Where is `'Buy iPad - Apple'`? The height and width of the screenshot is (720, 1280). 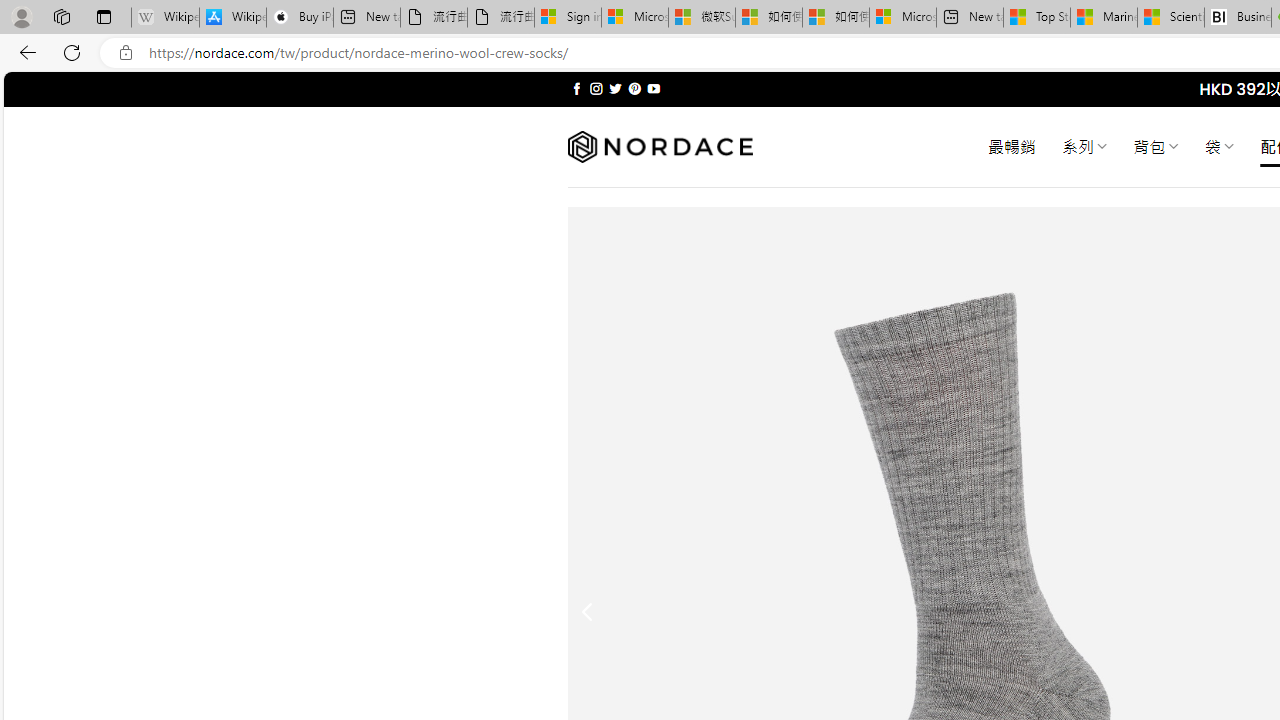 'Buy iPad - Apple' is located at coordinates (299, 17).